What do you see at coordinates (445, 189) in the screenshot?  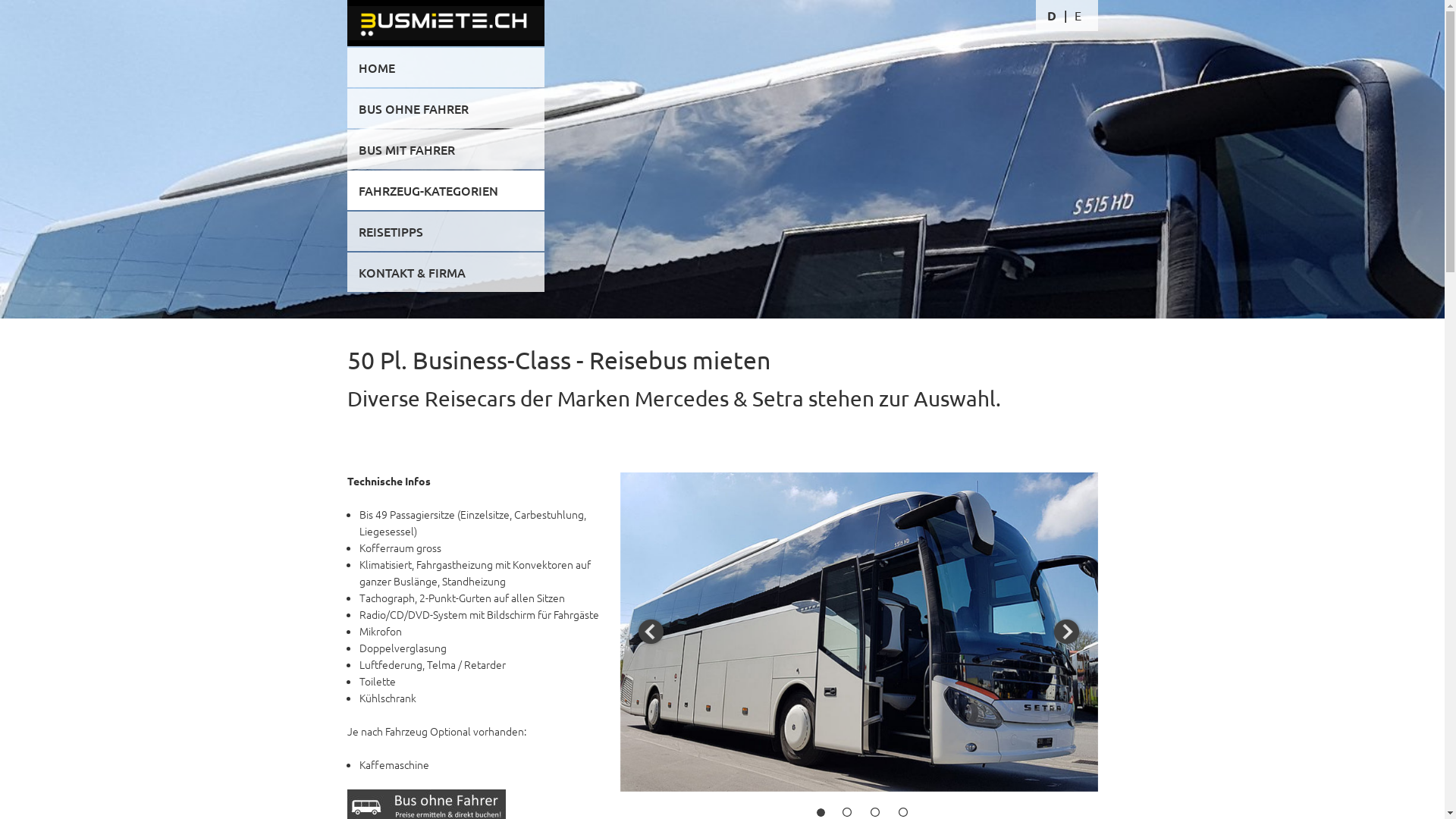 I see `'FAHRZEUG-KATEGORIEN'` at bounding box center [445, 189].